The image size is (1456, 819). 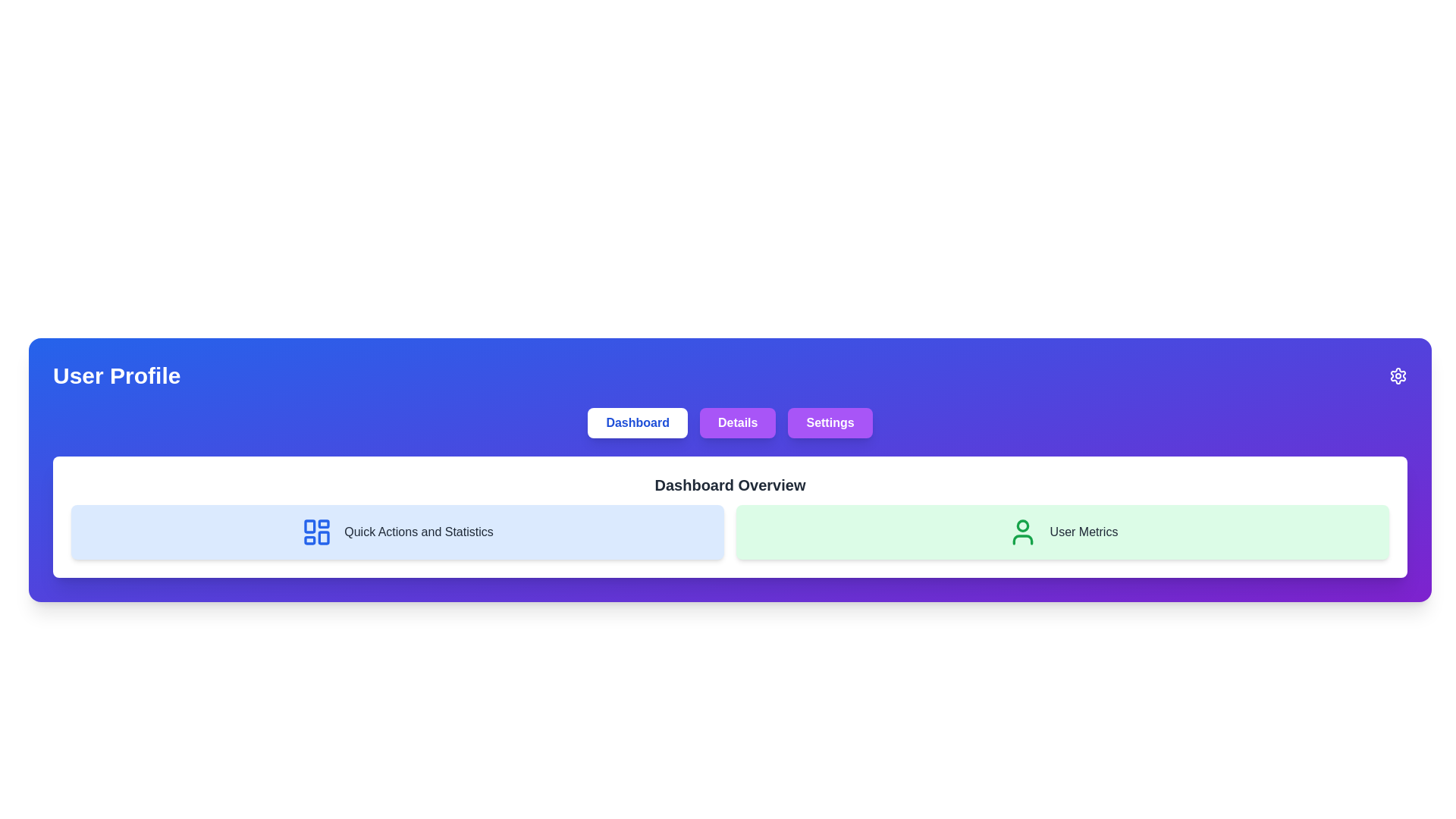 I want to click on the settings icon located at the top-right corner of the interface to show the context menu, so click(x=1397, y=375).